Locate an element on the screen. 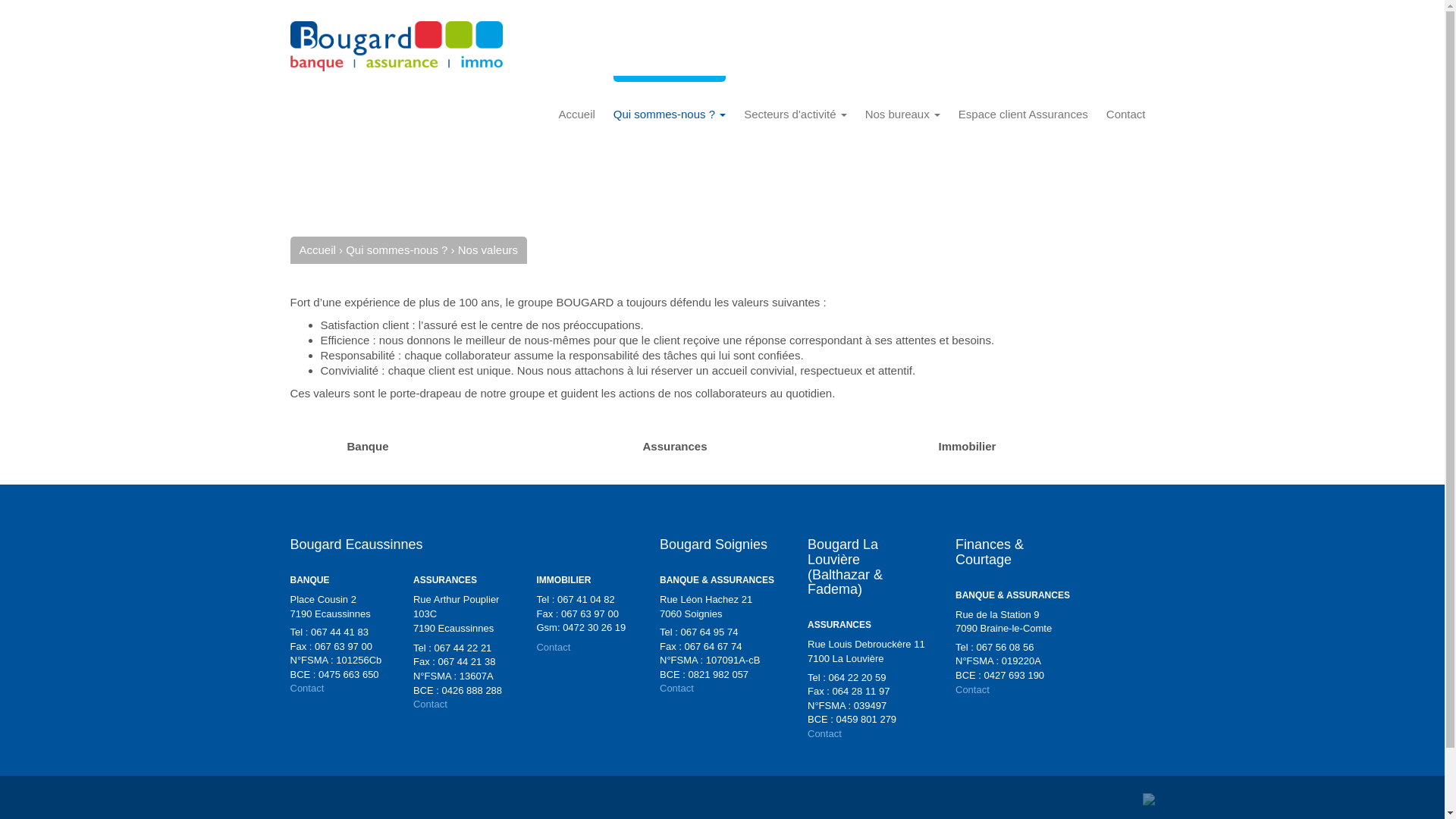  'Assurances' is located at coordinates (652, 447).